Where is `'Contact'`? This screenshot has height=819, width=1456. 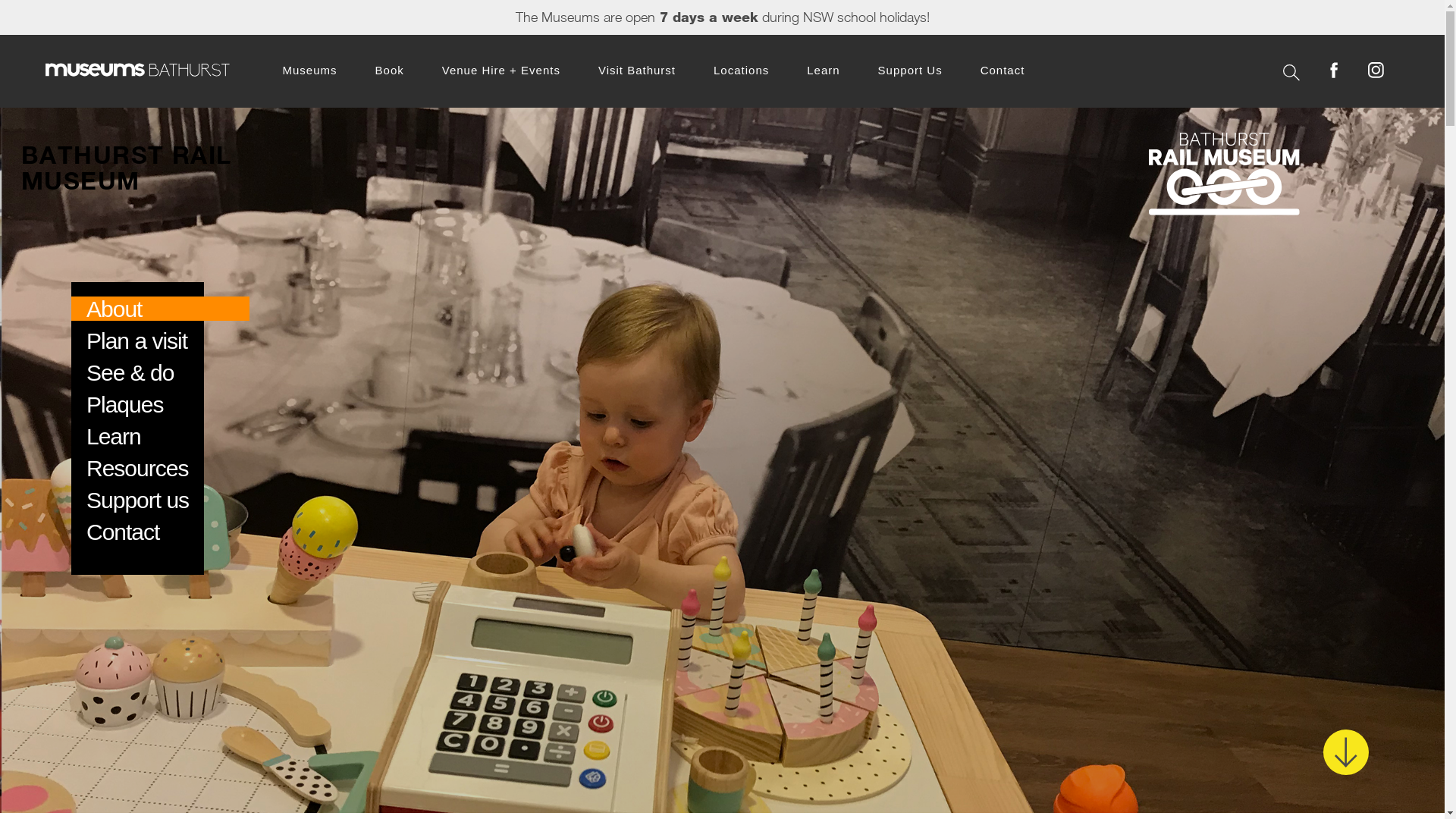
'Contact' is located at coordinates (980, 70).